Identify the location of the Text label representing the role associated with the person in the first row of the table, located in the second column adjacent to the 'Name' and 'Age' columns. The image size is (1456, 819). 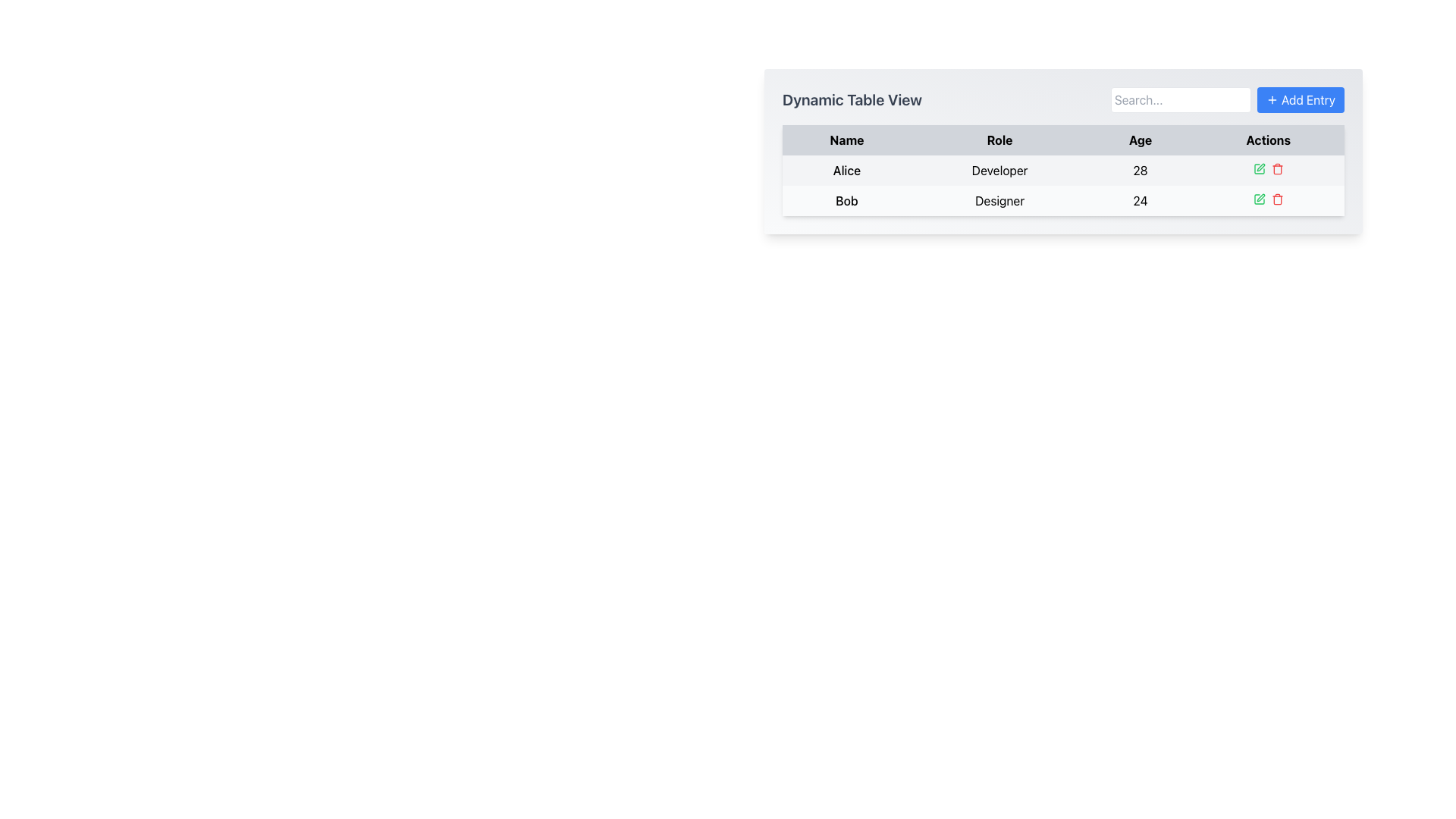
(999, 170).